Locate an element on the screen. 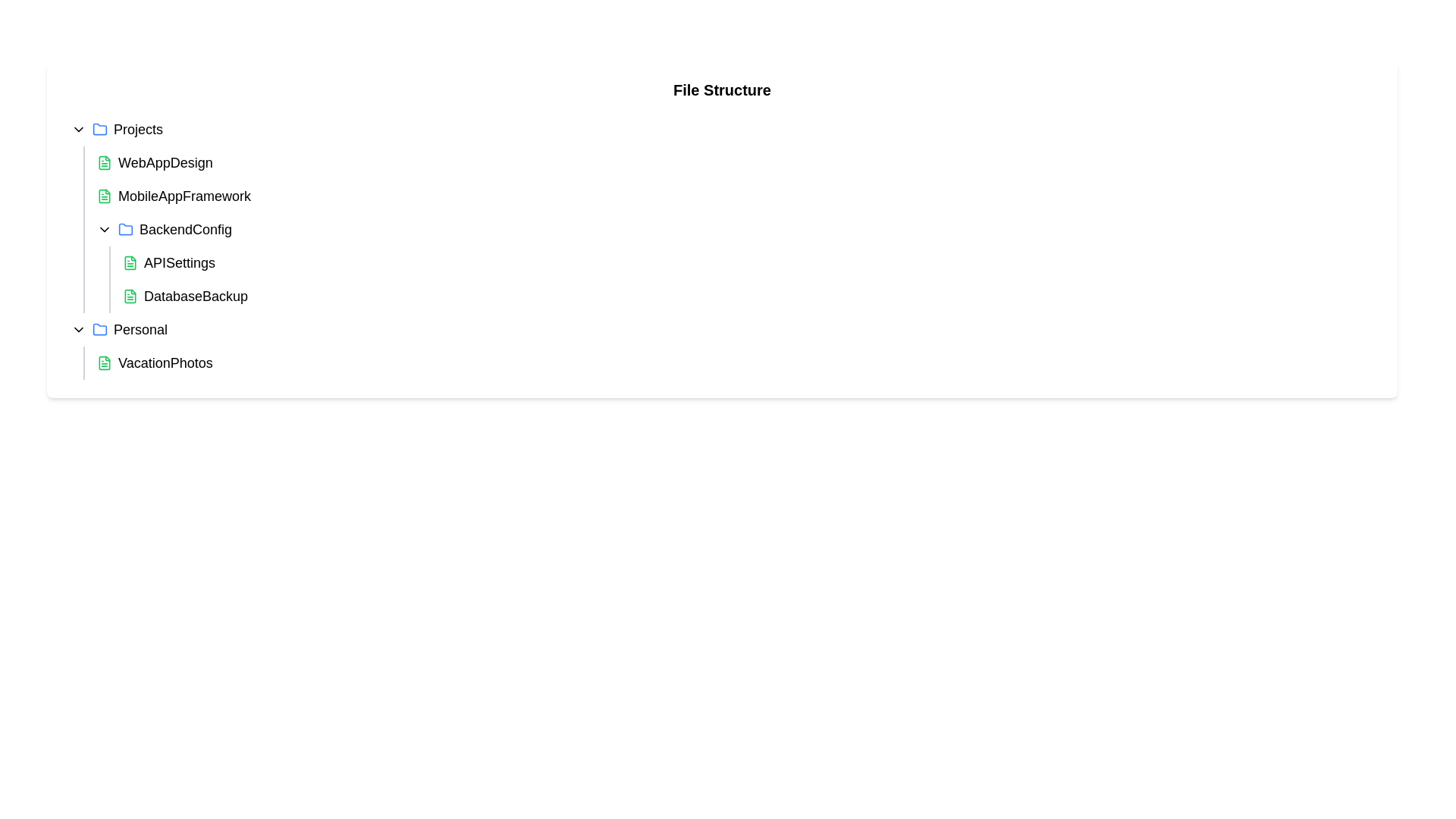 The width and height of the screenshot is (1456, 819). the file icon representing 'APISettings' located in the 'BackendConfig' section of the hierarchical file structure, which is styled in a modern minimalistic design and has a green hue is located at coordinates (130, 262).